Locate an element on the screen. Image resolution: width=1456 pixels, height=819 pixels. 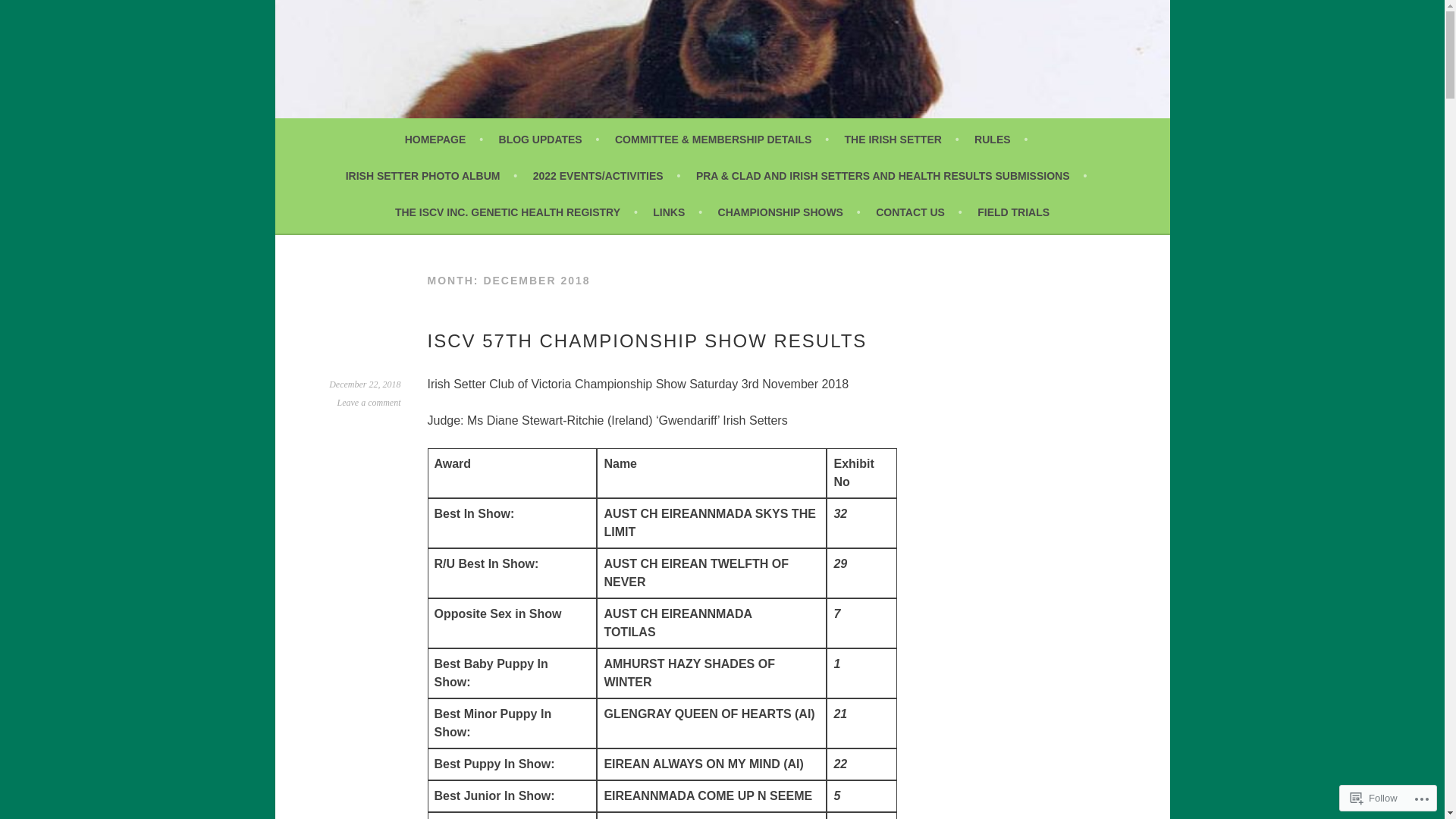
'COMMITTEE & MEMBERSHIP DETAILS' is located at coordinates (720, 140).